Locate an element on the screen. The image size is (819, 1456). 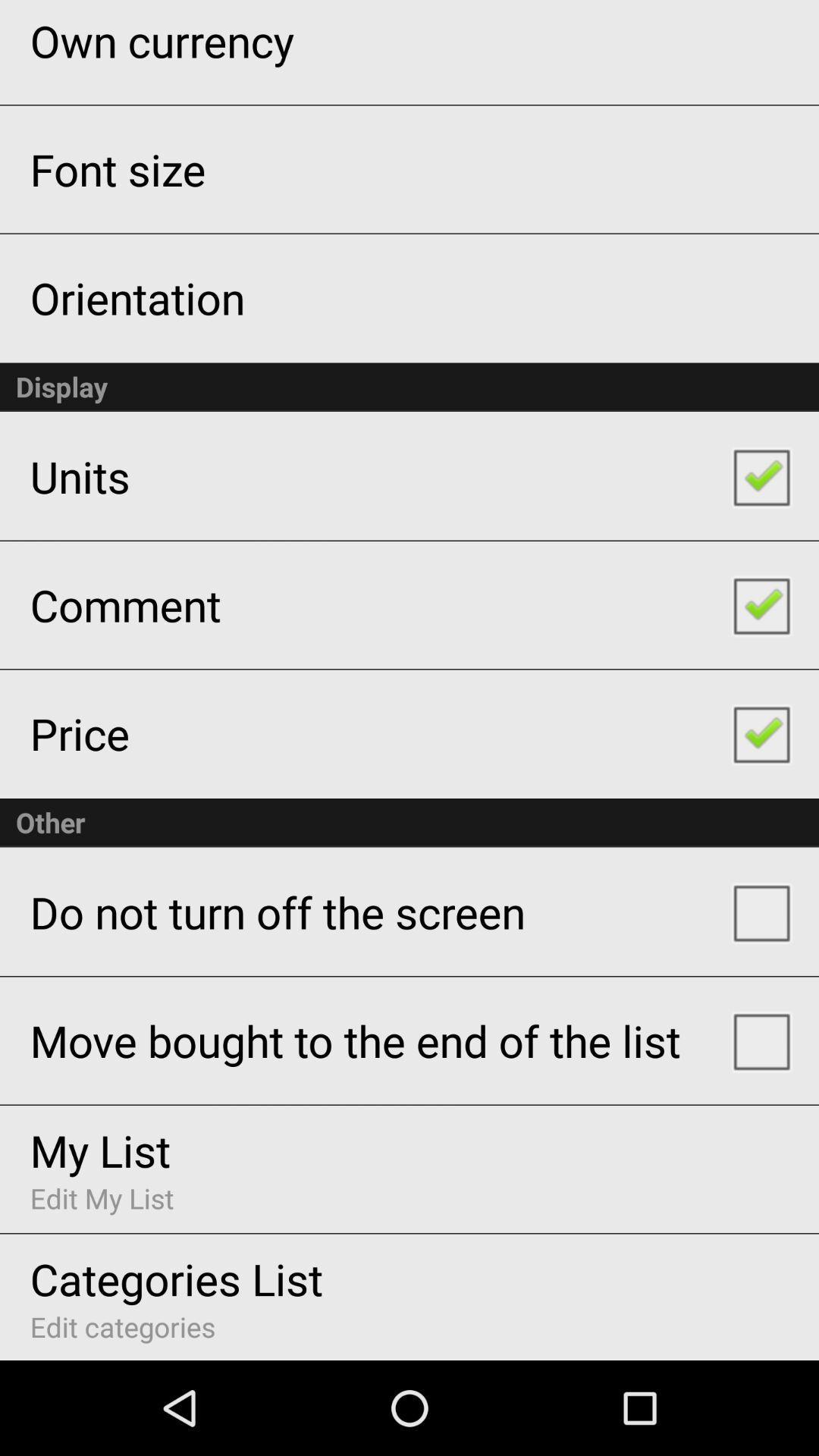
the item below do not turn item is located at coordinates (355, 1040).